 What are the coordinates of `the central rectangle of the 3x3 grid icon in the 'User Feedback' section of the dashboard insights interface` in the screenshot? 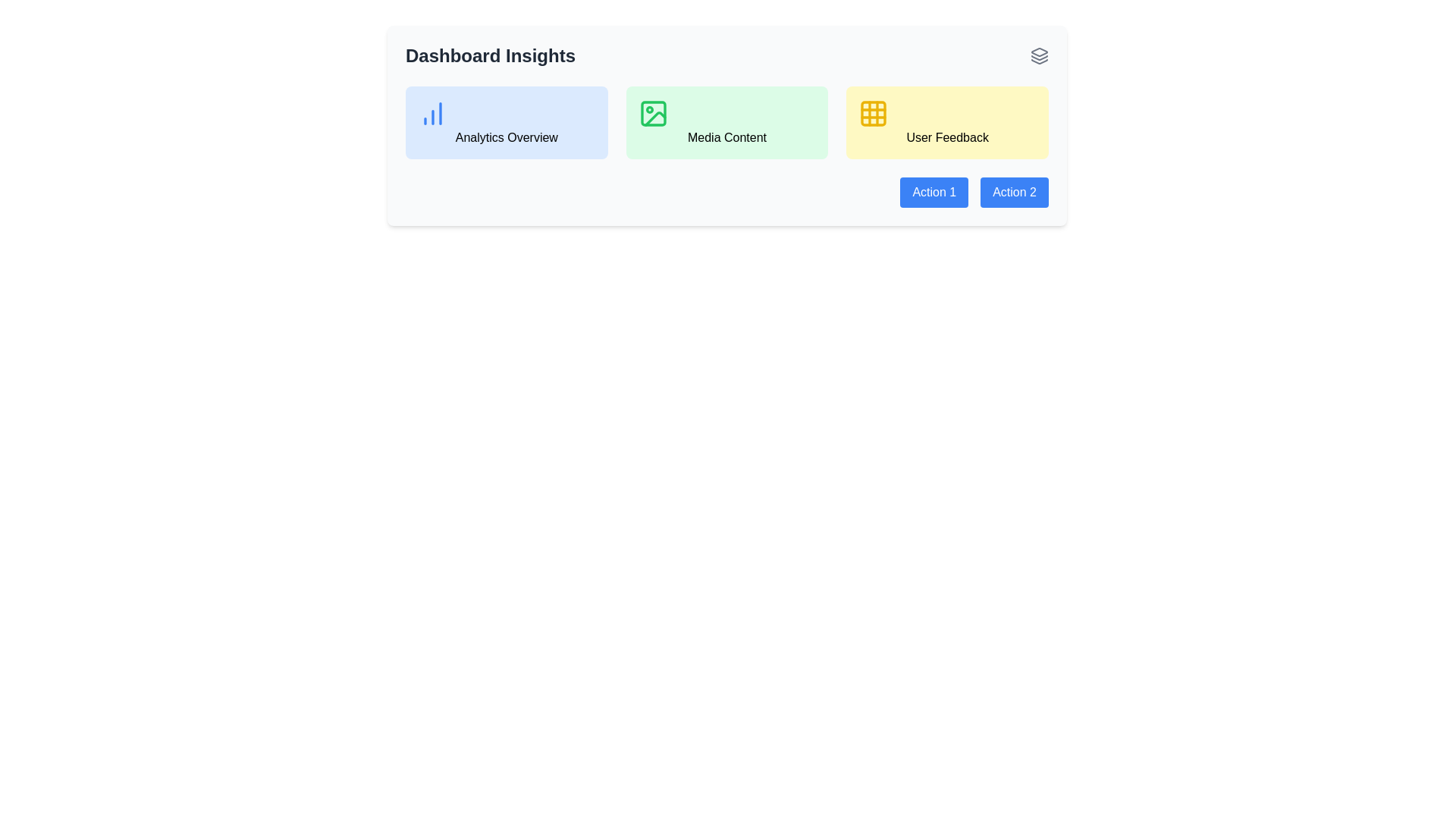 It's located at (874, 113).